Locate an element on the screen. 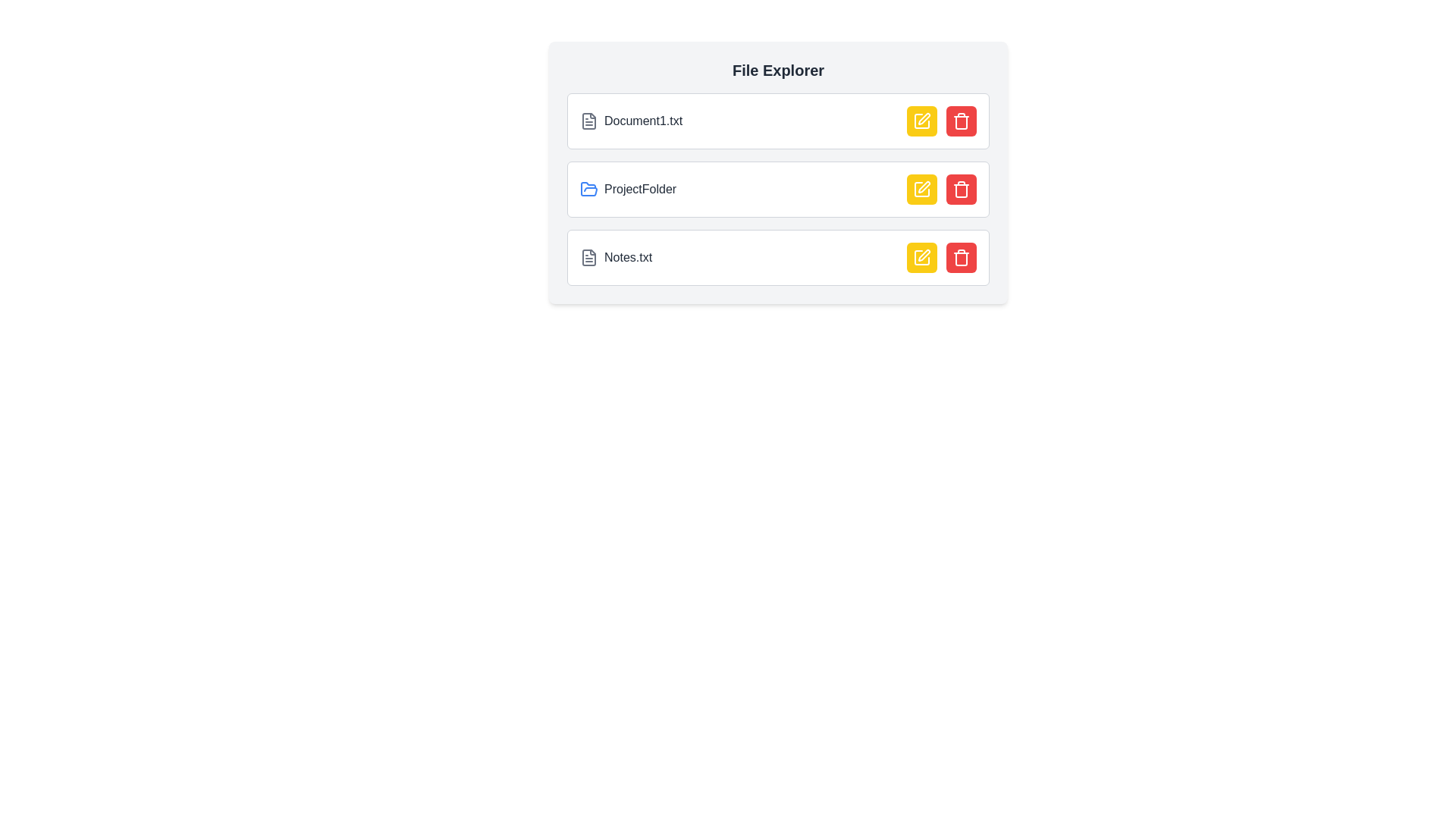  the leftmost icon button associated with the file 'ProjectFolder' is located at coordinates (923, 186).